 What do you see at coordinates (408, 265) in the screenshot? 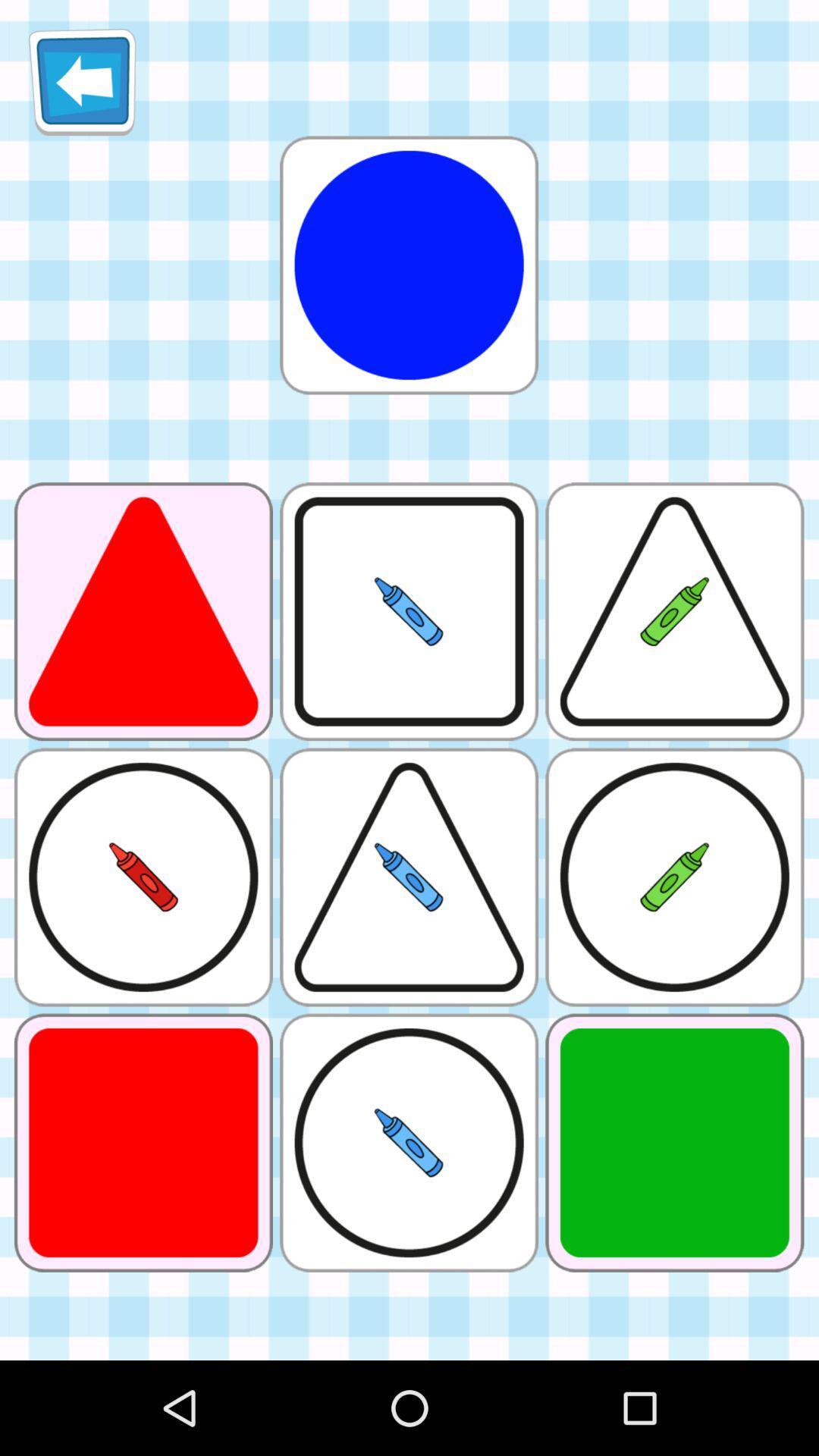
I see `blue circle` at bounding box center [408, 265].